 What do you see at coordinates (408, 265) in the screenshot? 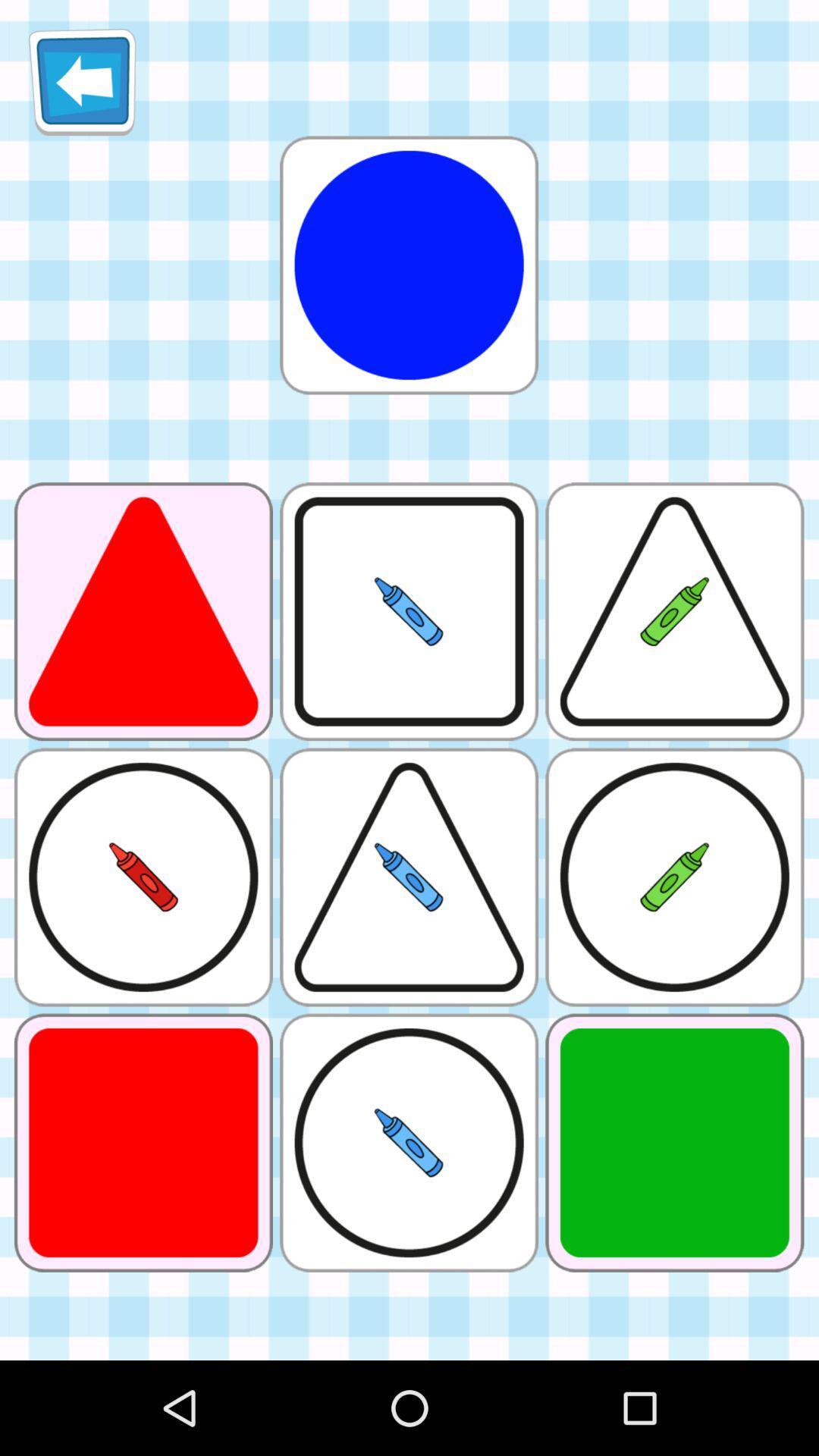
I see `blue circle` at bounding box center [408, 265].